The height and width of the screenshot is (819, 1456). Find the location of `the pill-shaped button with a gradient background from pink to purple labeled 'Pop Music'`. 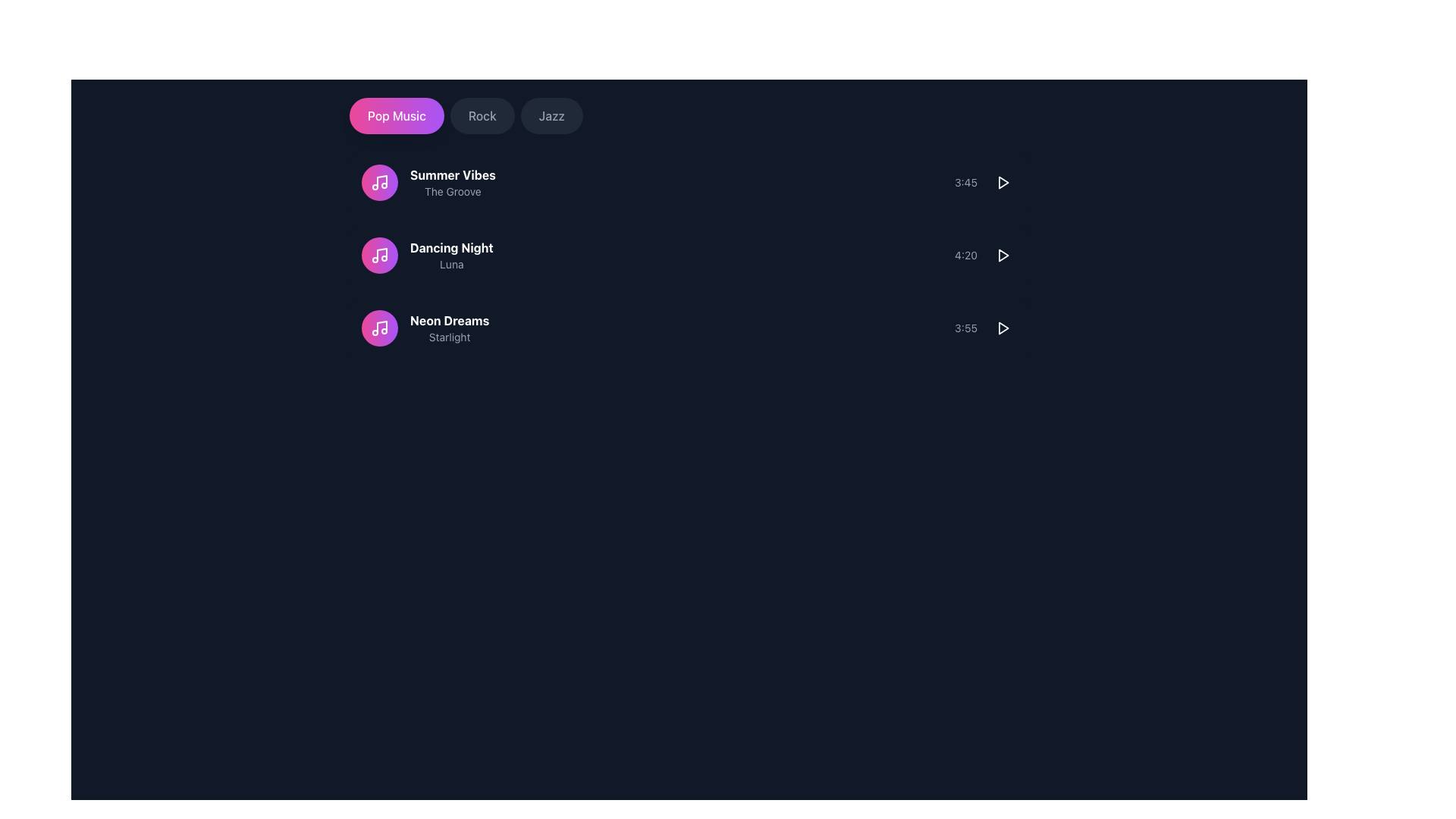

the pill-shaped button with a gradient background from pink to purple labeled 'Pop Music' is located at coordinates (397, 115).